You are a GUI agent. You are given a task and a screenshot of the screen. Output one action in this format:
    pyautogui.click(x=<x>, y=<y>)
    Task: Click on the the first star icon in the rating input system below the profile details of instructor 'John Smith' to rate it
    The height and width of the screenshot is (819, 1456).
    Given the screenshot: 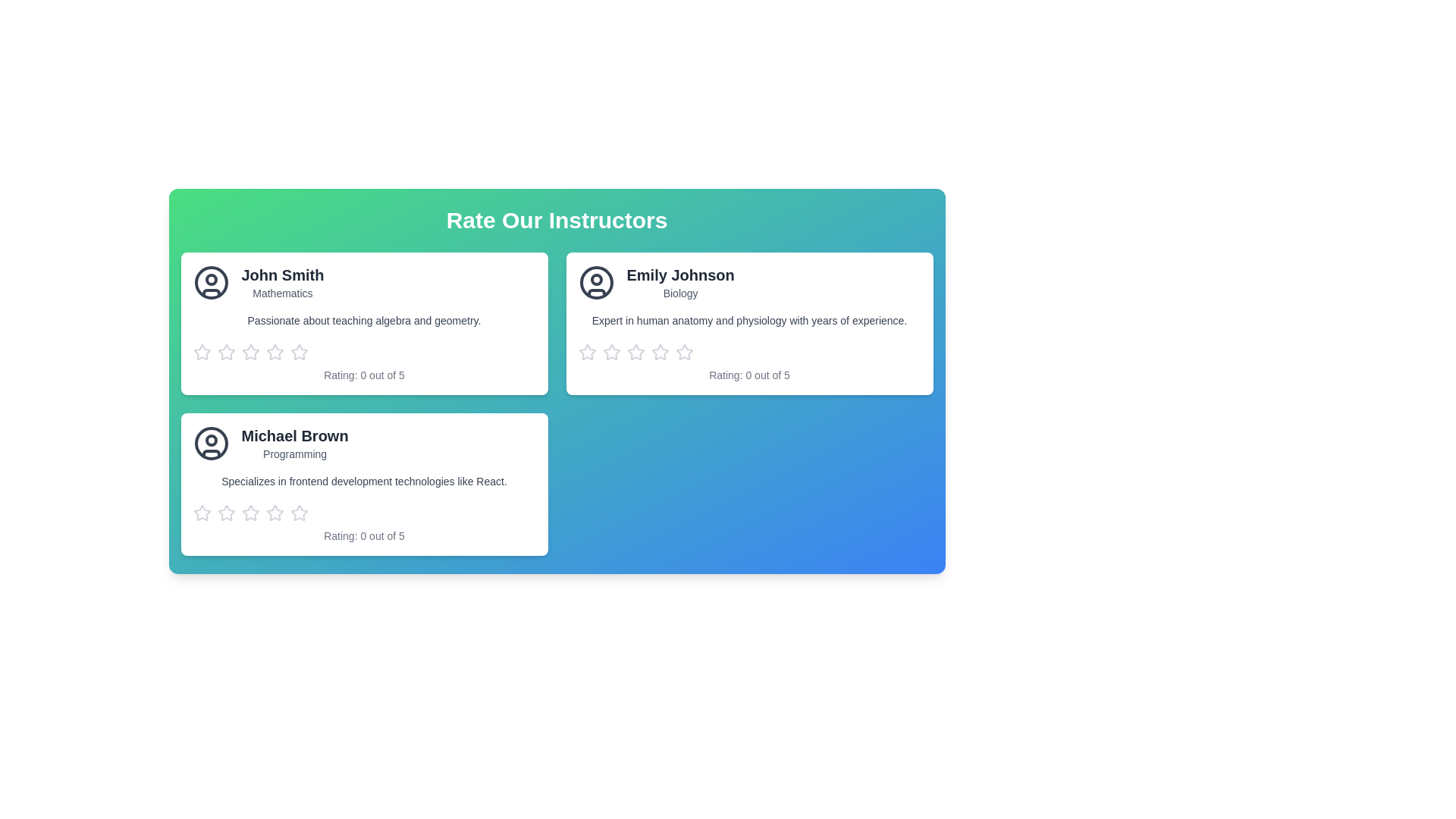 What is the action you would take?
    pyautogui.click(x=225, y=352)
    